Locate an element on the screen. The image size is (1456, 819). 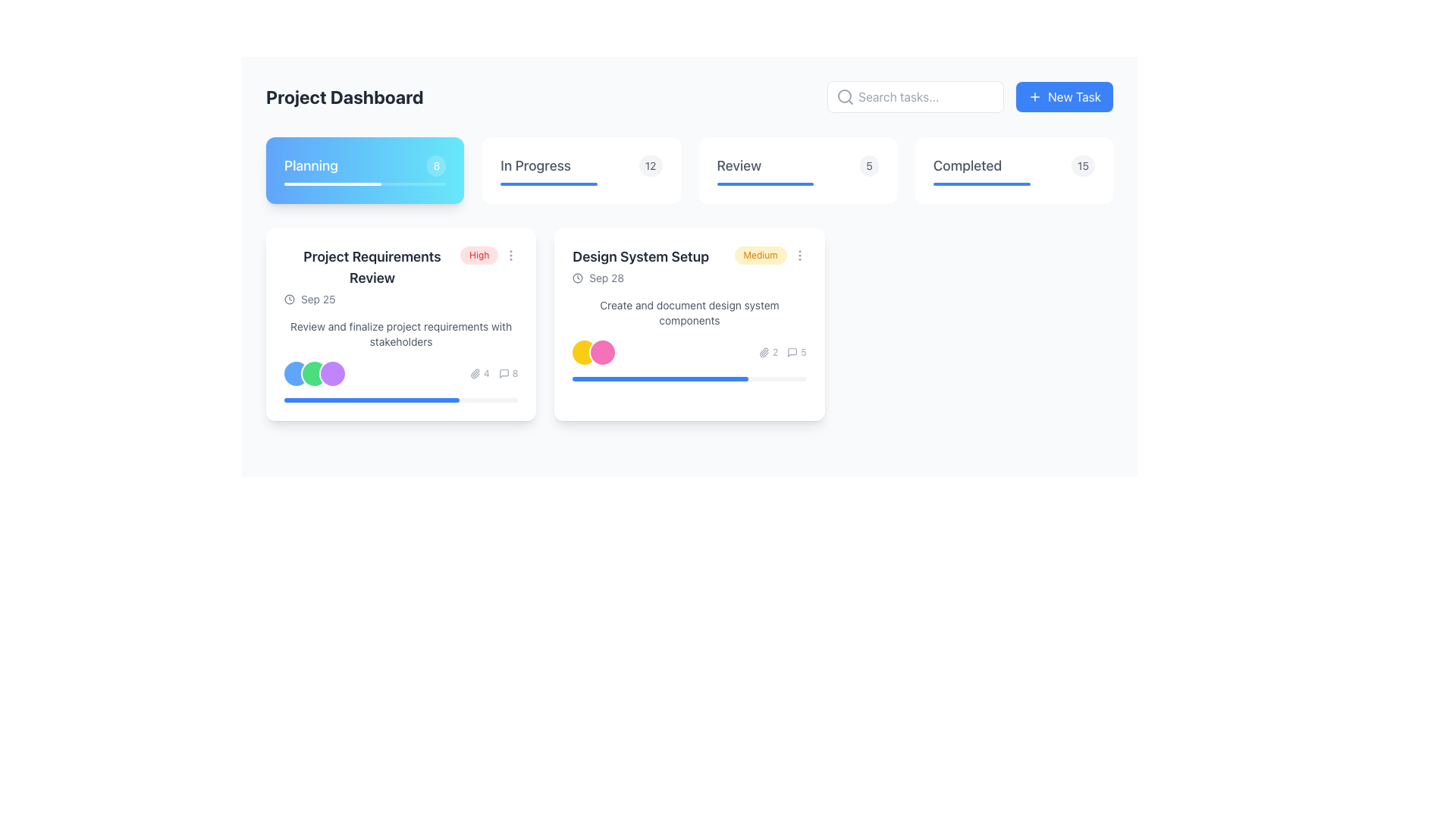
the circular shape representing the clock face in the SVG icon within the 'Project Requirements Review' card is located at coordinates (290, 299).